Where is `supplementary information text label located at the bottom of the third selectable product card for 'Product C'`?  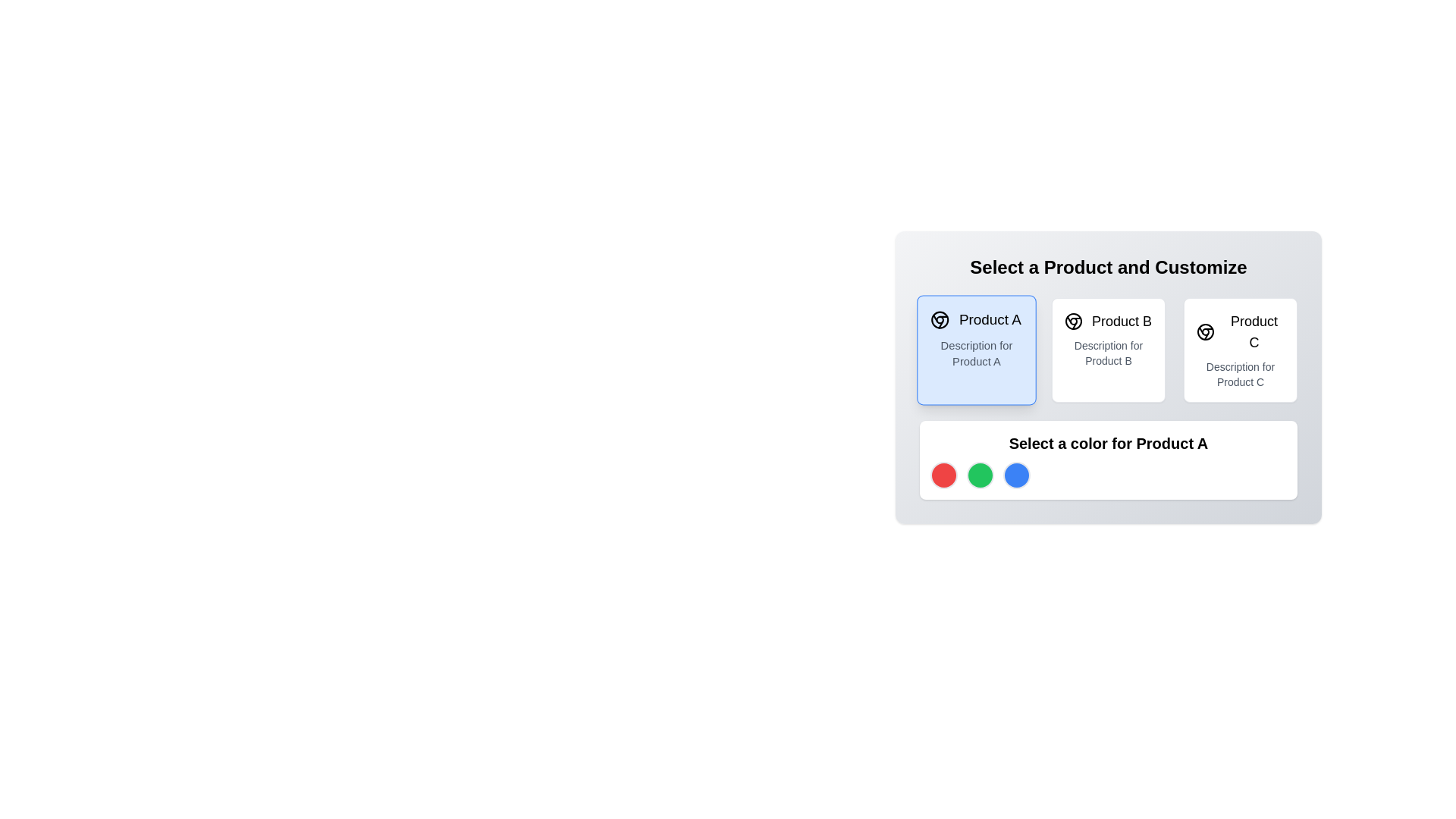
supplementary information text label located at the bottom of the third selectable product card for 'Product C' is located at coordinates (1241, 374).